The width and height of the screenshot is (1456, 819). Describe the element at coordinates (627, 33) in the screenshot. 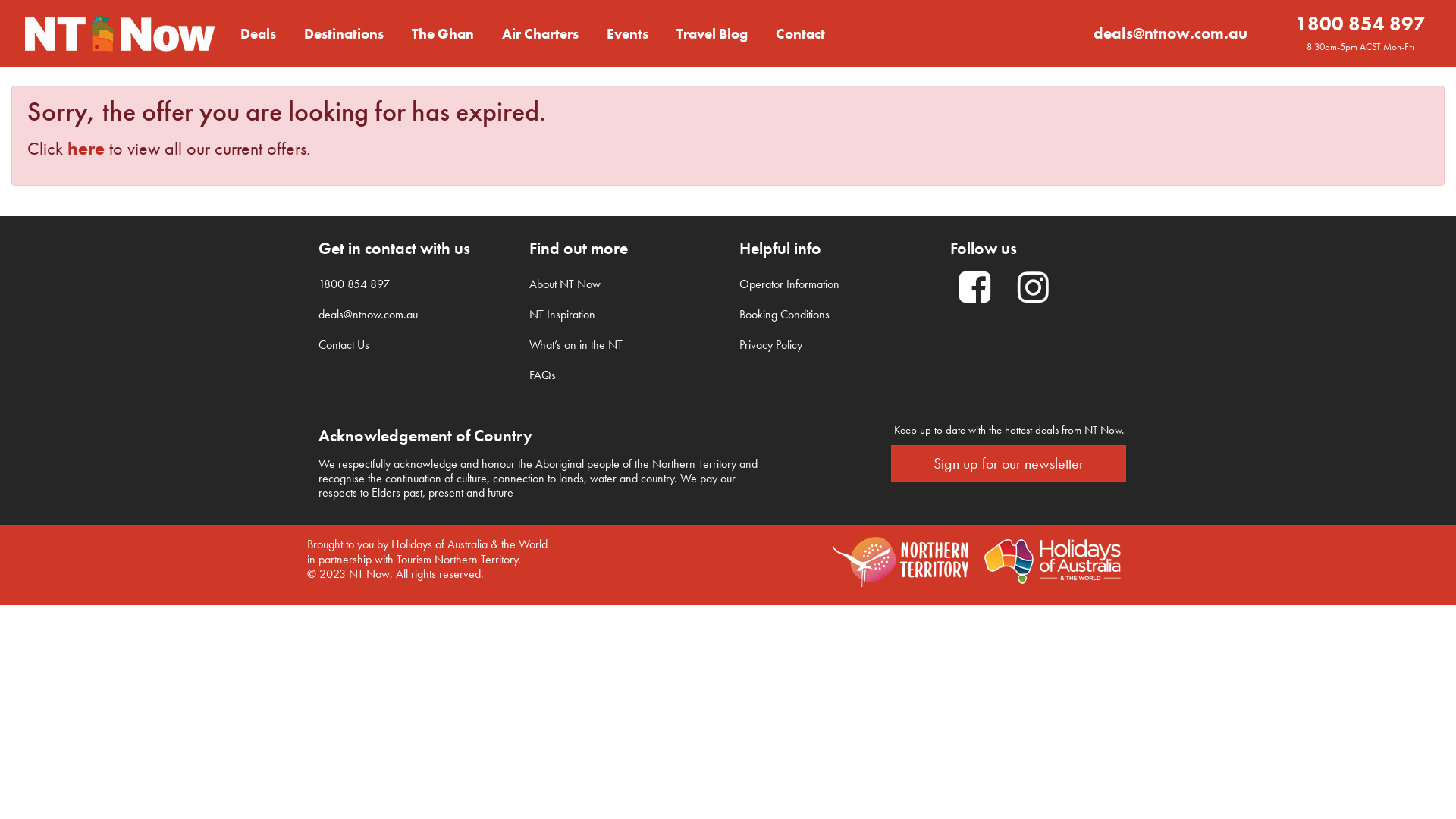

I see `'Events'` at that location.